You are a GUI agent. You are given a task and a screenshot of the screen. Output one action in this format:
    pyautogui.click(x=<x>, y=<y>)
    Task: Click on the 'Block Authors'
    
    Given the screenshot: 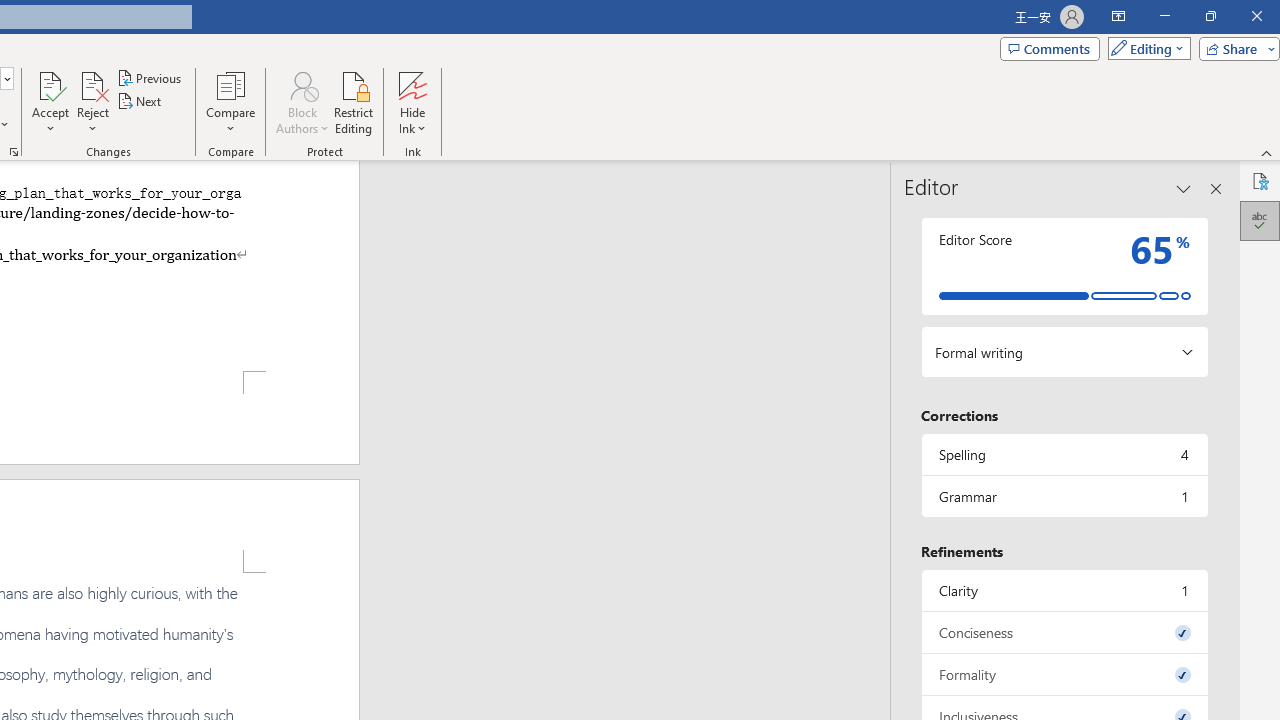 What is the action you would take?
    pyautogui.click(x=301, y=84)
    